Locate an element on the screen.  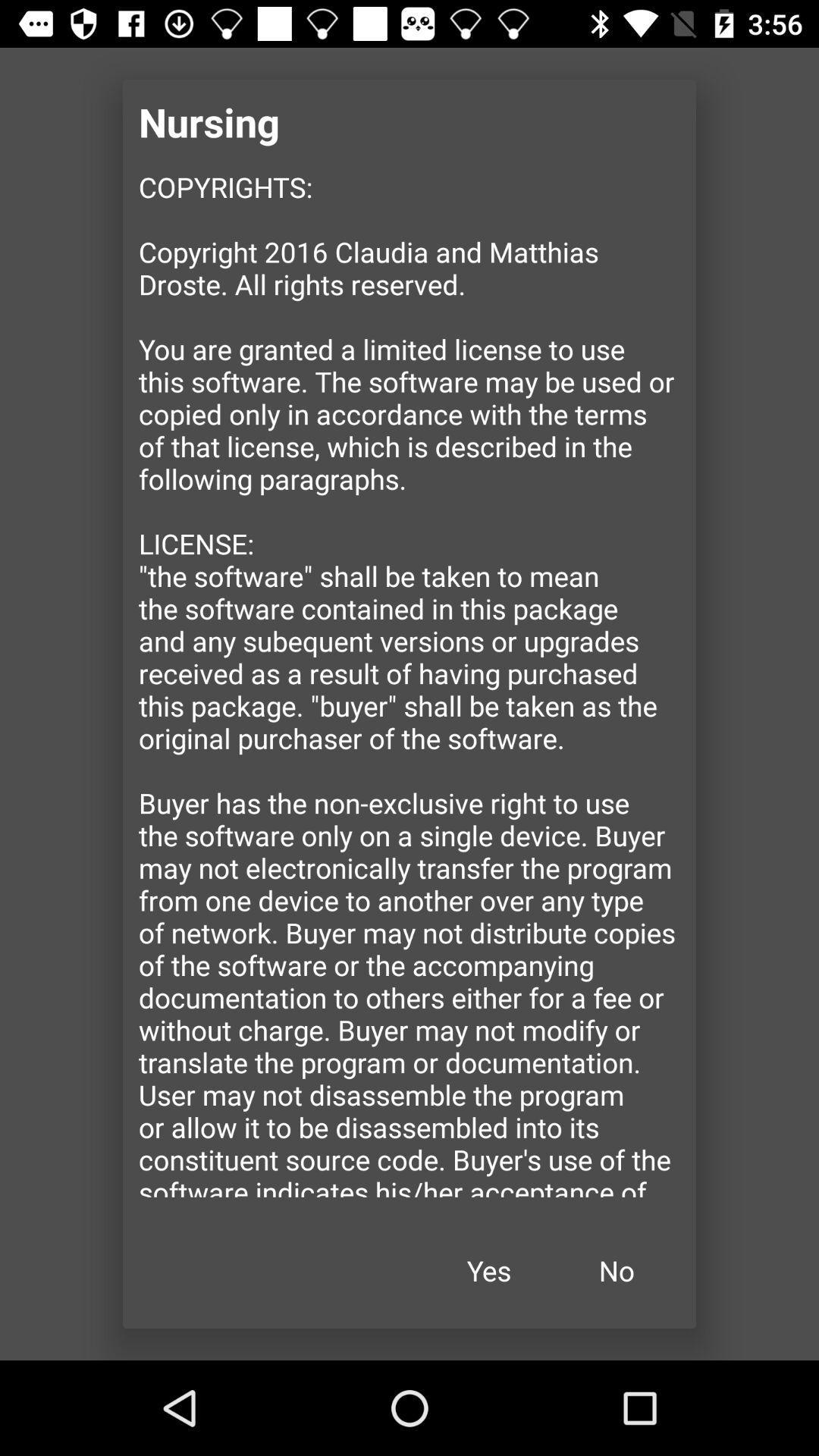
item next to no is located at coordinates (488, 1270).